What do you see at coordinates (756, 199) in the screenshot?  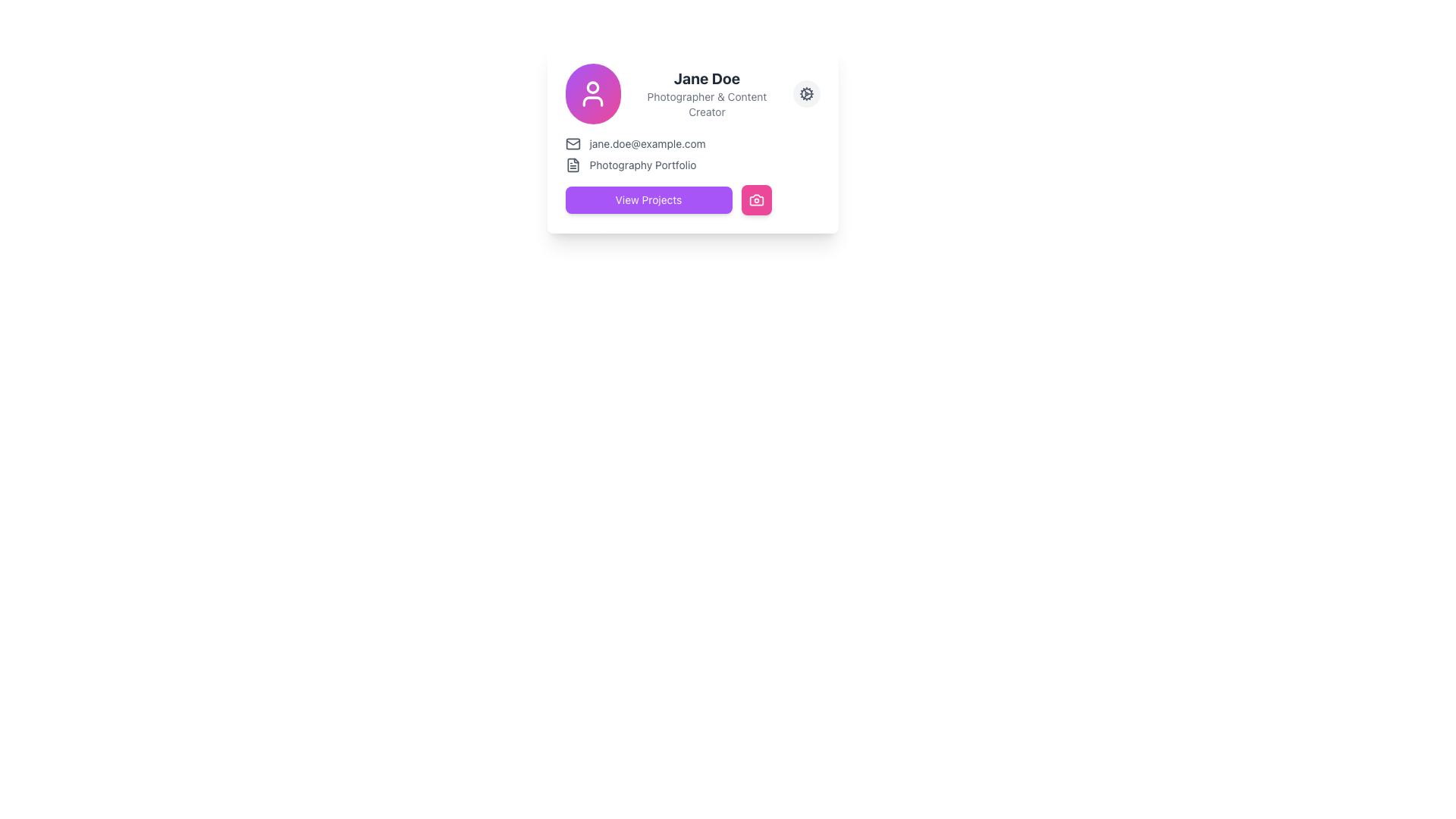 I see `the decorative or functional camera icon located in the bottom-right corner of the white card, adjacent to the 'View Projects' button for media-related actions` at bounding box center [756, 199].